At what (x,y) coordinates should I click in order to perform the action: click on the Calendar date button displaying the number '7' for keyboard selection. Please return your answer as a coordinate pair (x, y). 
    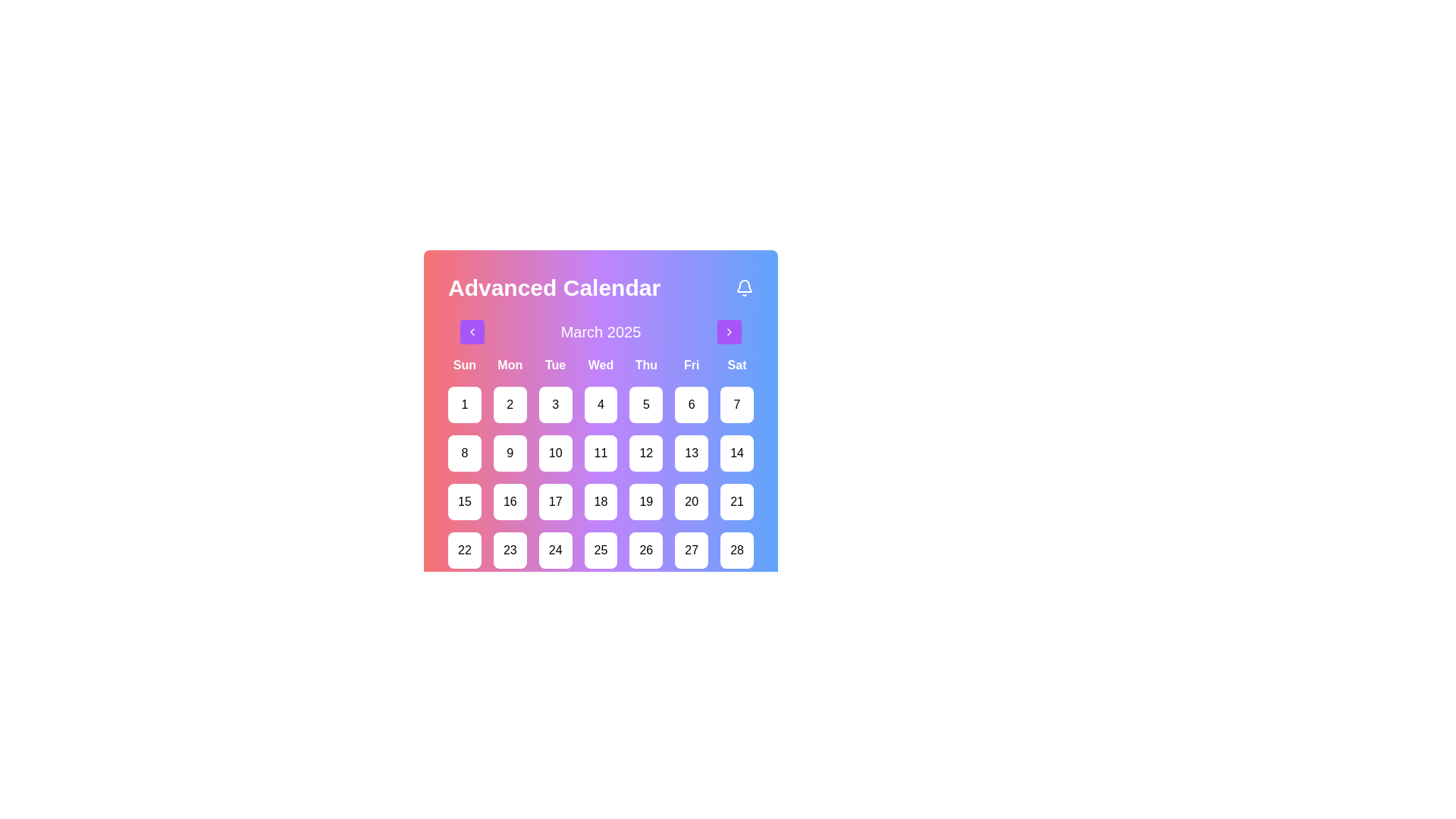
    Looking at the image, I should click on (737, 403).